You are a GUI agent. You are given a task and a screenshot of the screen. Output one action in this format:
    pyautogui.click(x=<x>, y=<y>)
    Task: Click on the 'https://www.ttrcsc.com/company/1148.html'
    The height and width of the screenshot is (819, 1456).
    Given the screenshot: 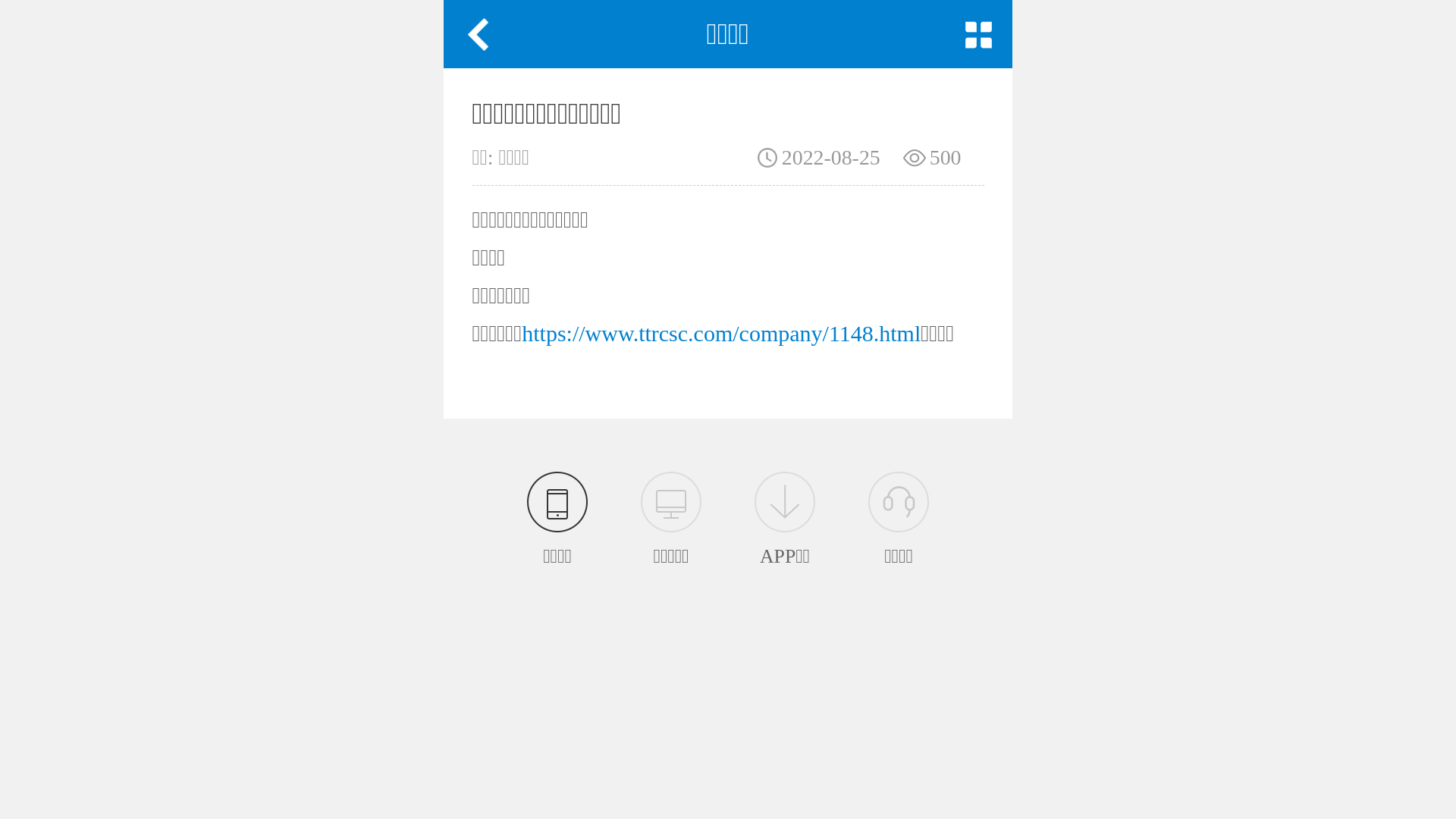 What is the action you would take?
    pyautogui.click(x=720, y=331)
    